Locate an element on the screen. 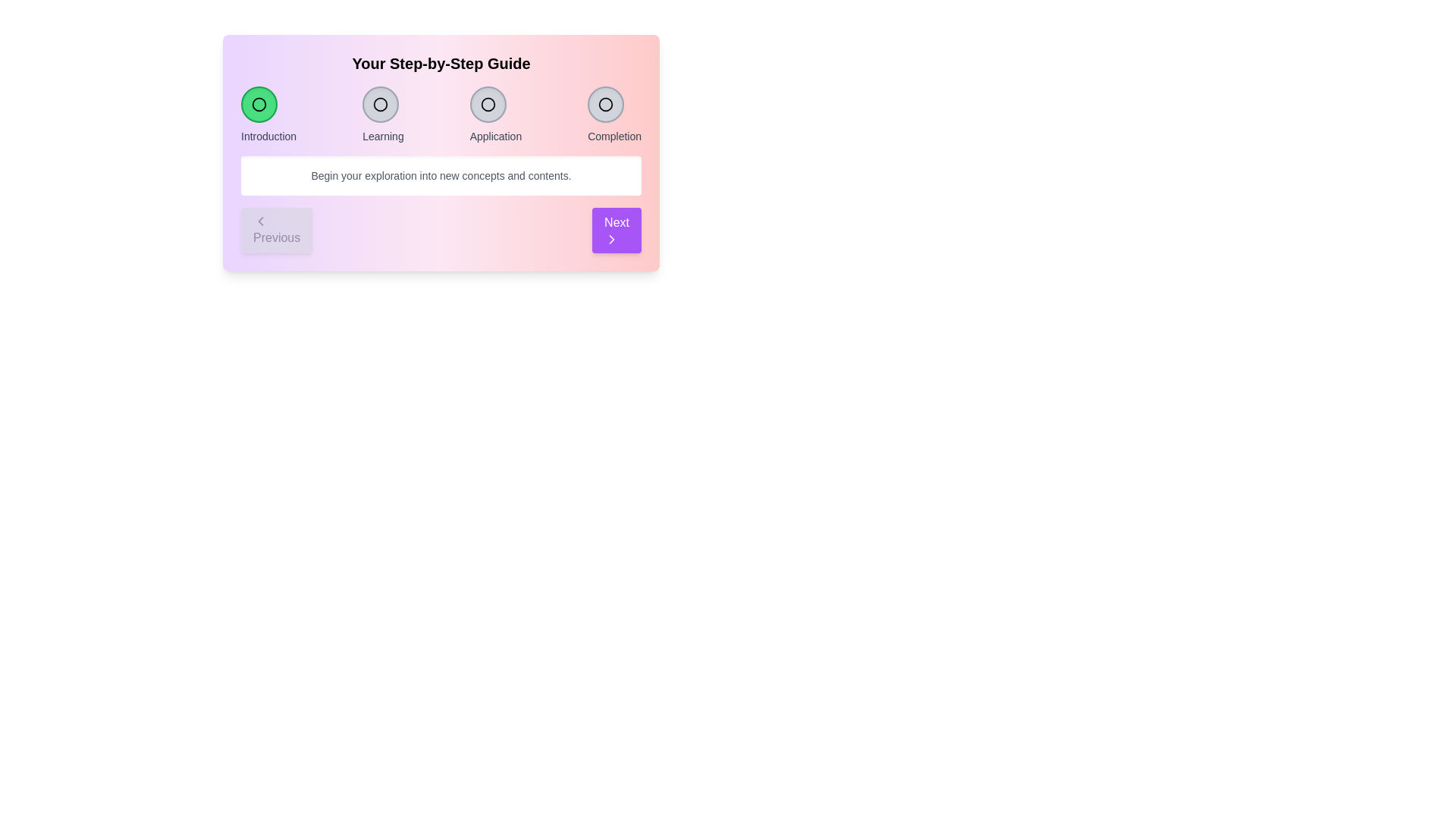 The height and width of the screenshot is (819, 1456). the innermost circular element of the icon indicative of the current step in the step-by-step guide interface is located at coordinates (259, 104).